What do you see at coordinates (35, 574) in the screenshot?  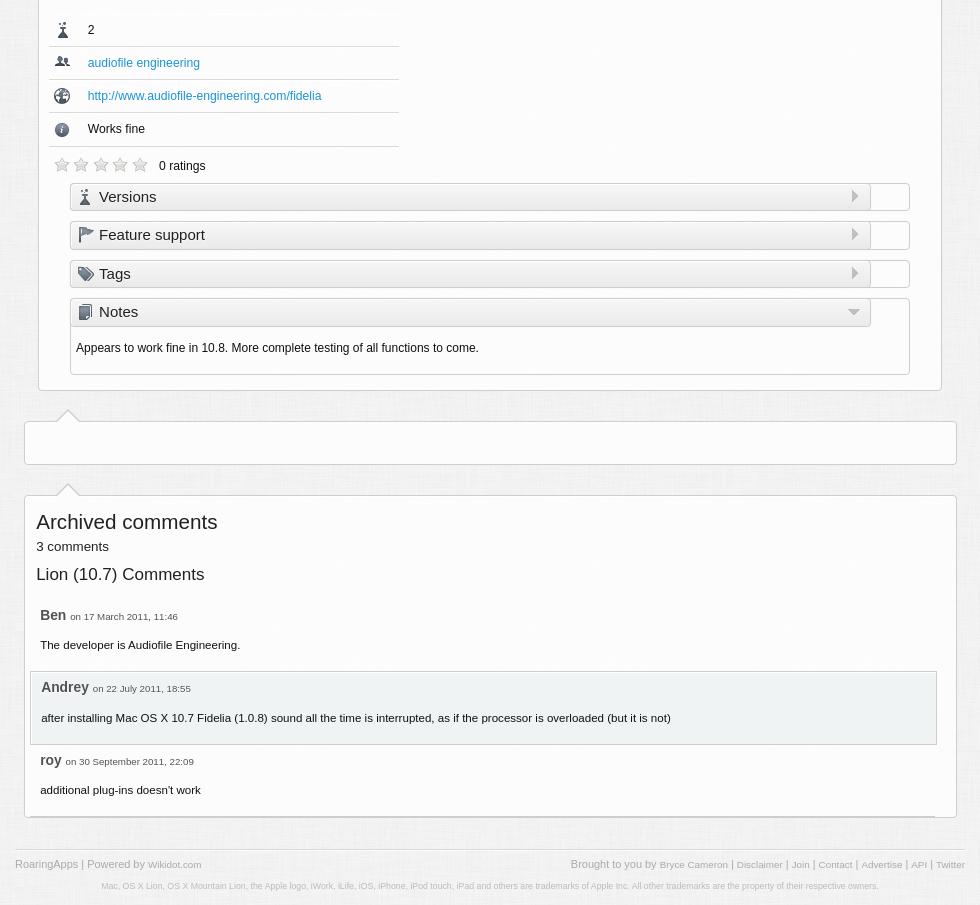 I see `'Lion (10.7) Comments'` at bounding box center [35, 574].